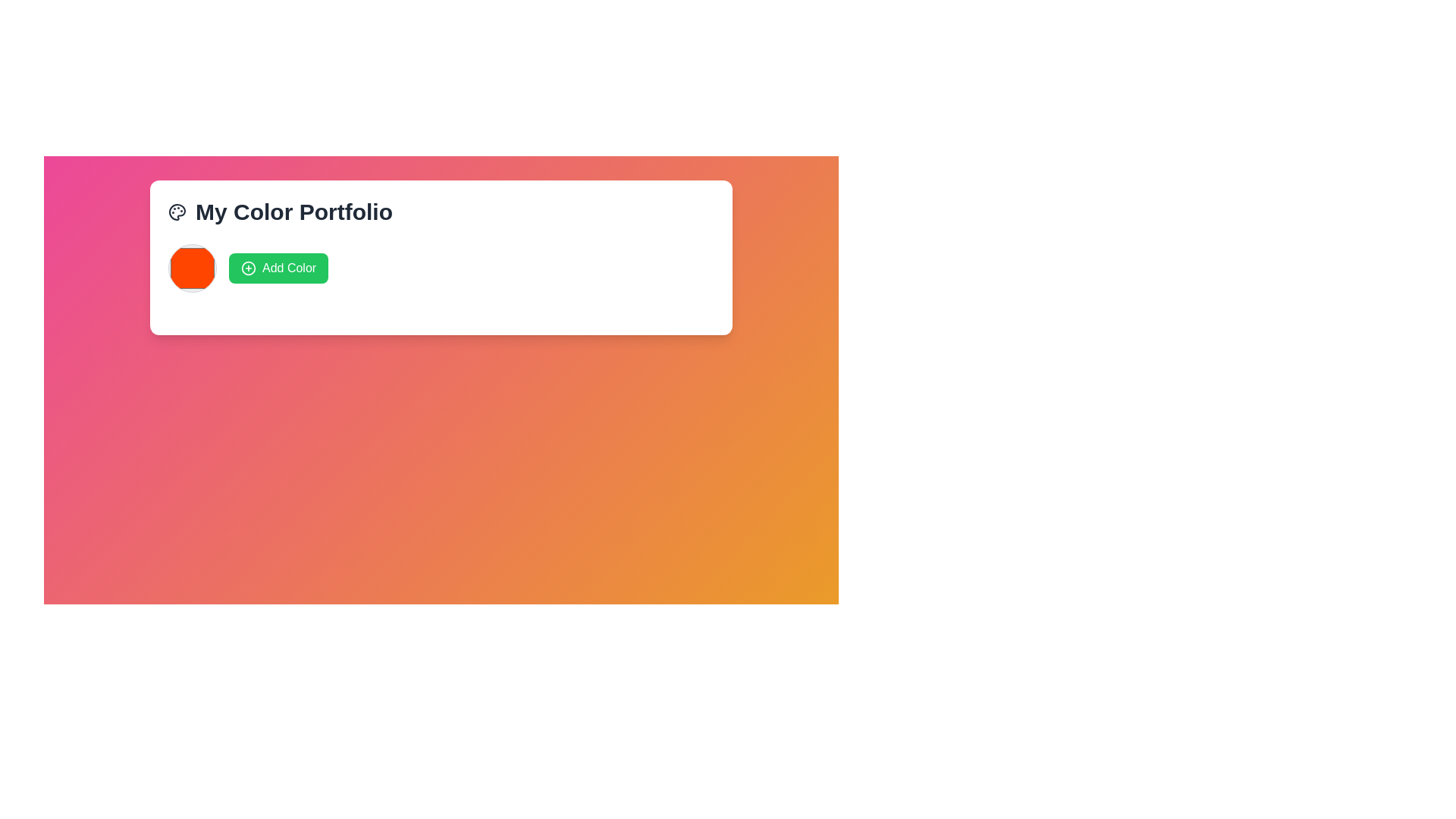 Image resolution: width=1456 pixels, height=819 pixels. I want to click on the SVG Circle that serves as a decorative border for the icon located in the top-left area of the card titled 'My Color Portfolio', so click(248, 268).